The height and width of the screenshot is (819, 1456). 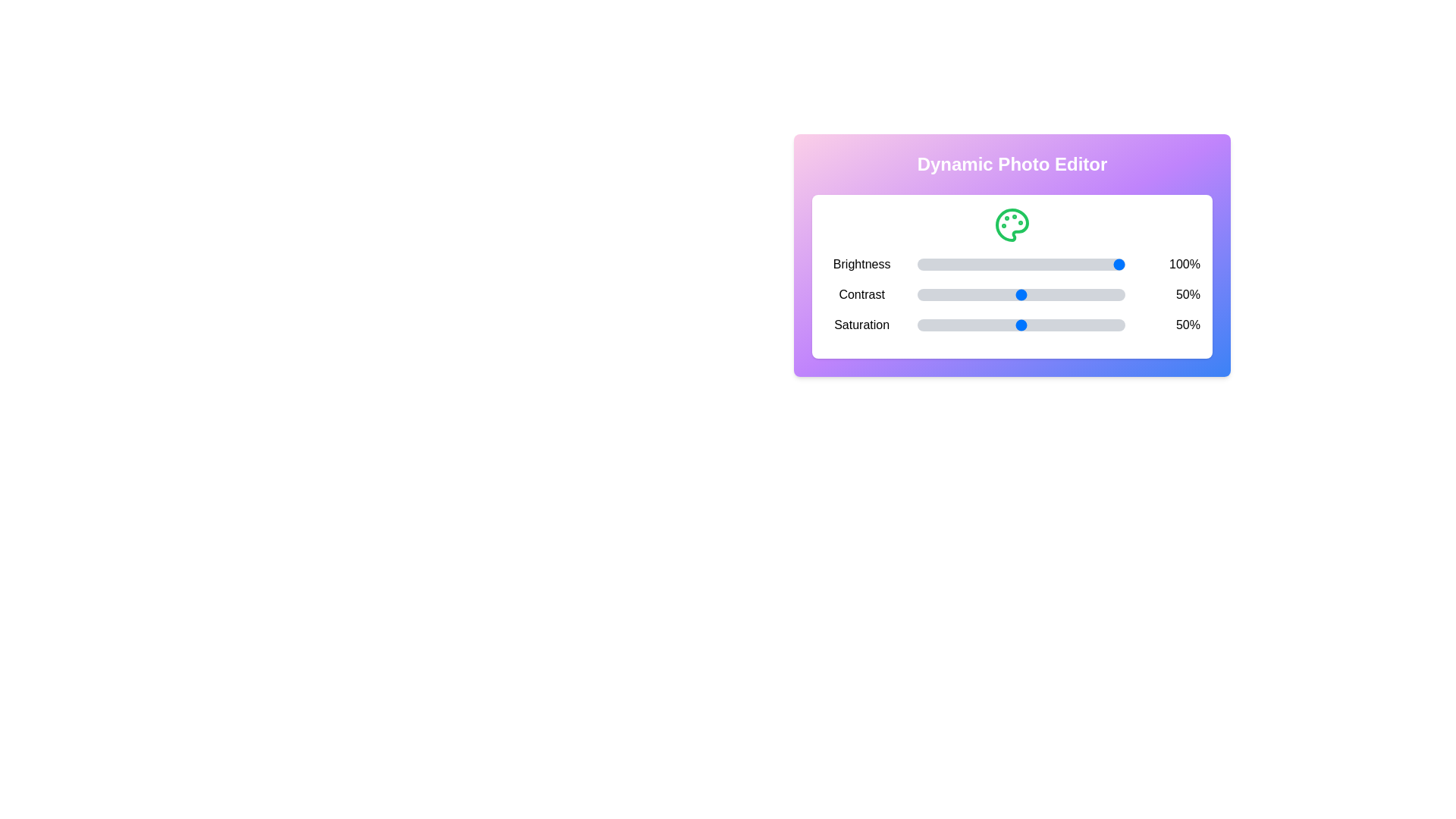 I want to click on the saturation slider to 17%, so click(x=952, y=324).